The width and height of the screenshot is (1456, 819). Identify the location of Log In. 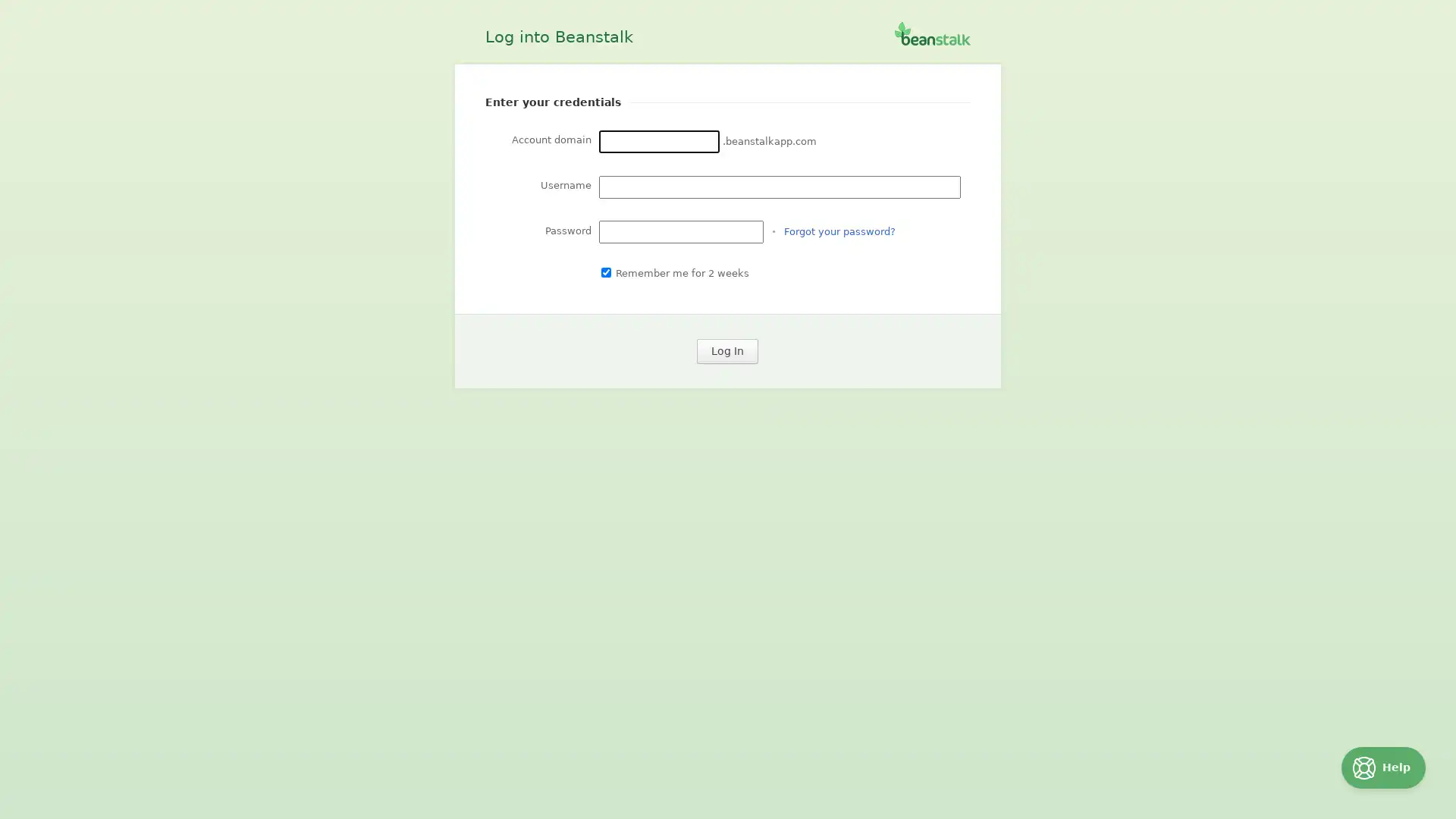
(726, 351).